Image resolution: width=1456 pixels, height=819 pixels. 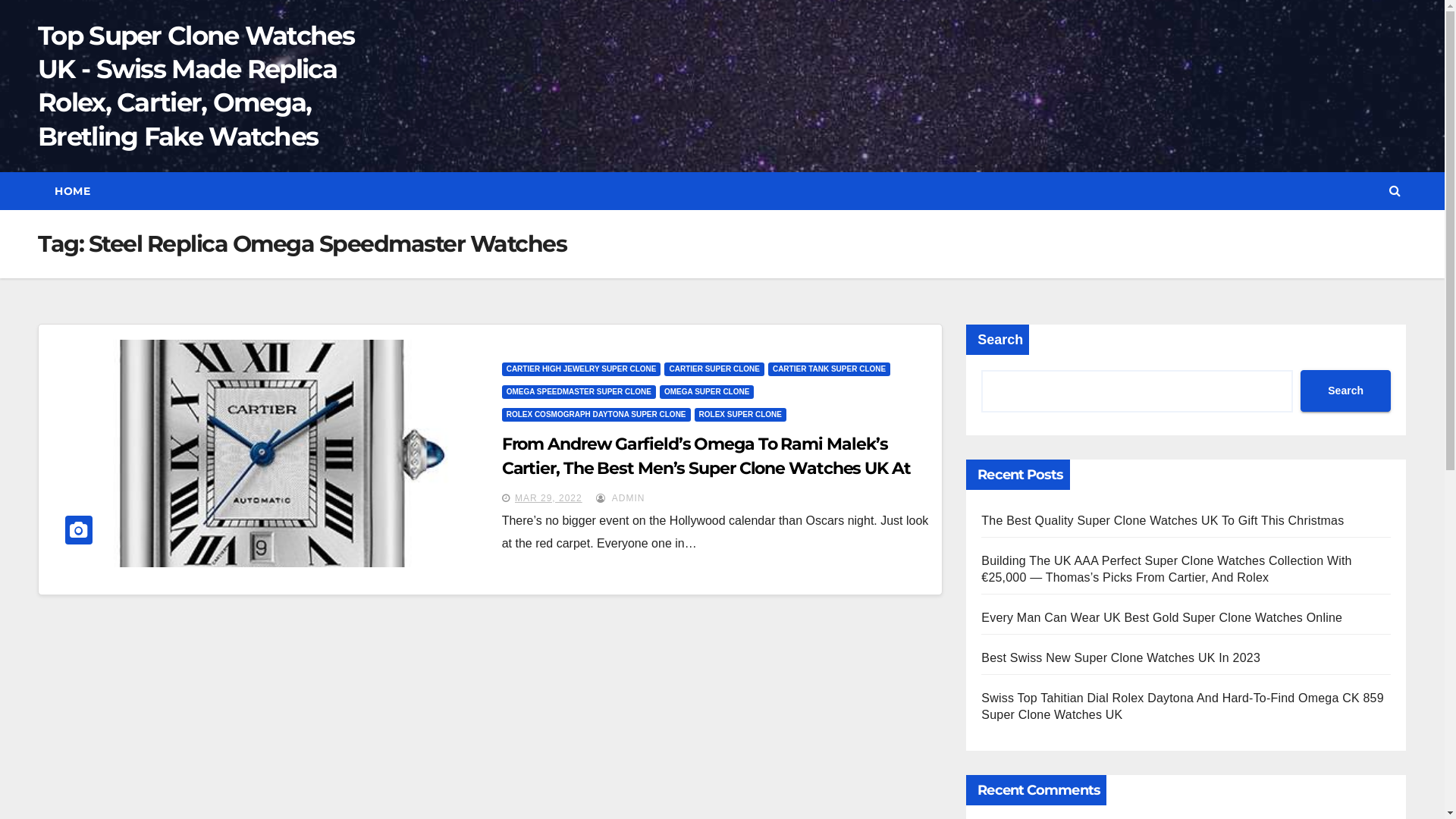 I want to click on 'CARTIER SUPER CLONE', so click(x=664, y=369).